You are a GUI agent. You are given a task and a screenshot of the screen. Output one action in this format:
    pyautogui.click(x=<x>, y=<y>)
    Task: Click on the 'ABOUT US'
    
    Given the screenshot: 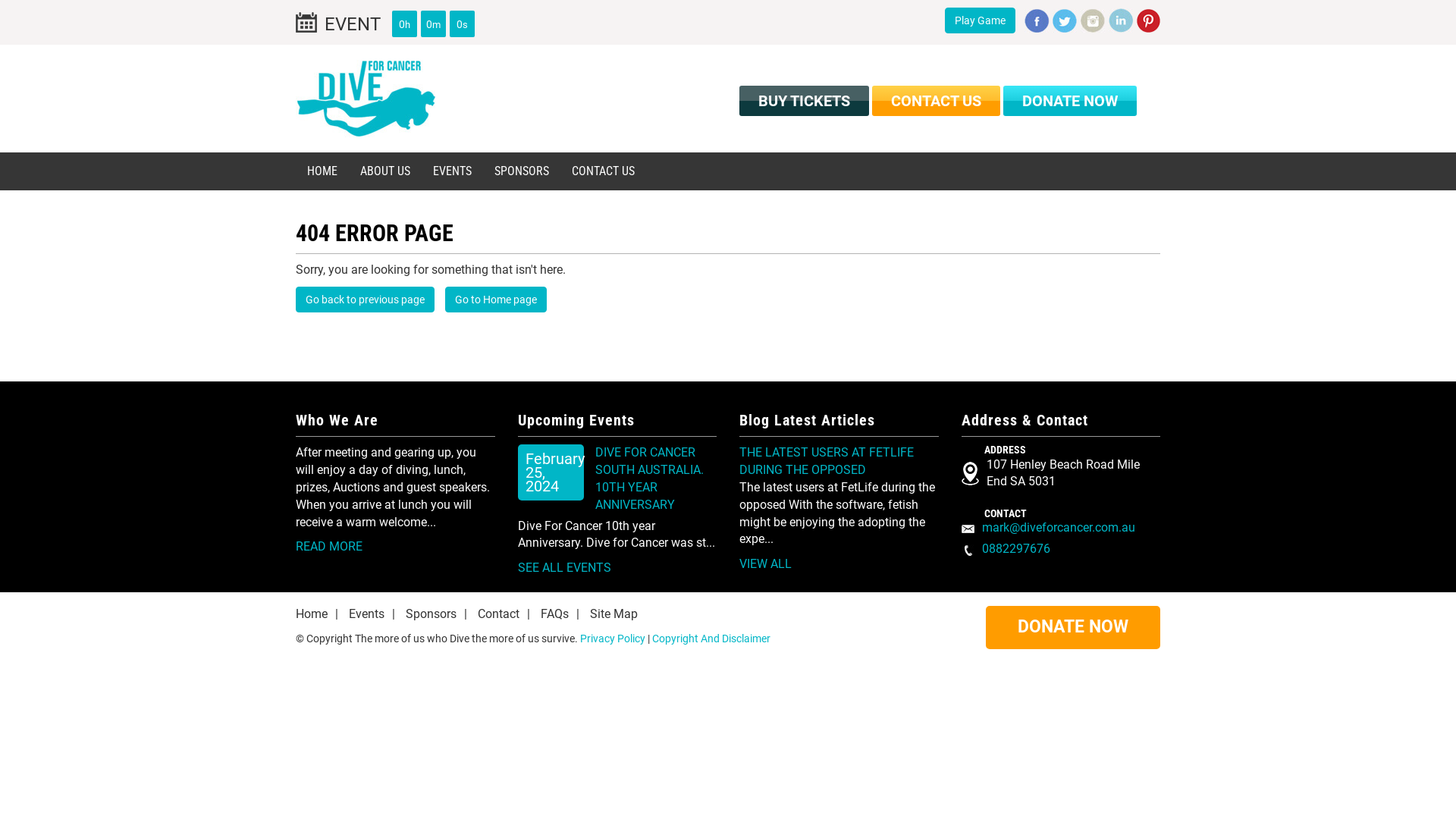 What is the action you would take?
    pyautogui.click(x=385, y=171)
    